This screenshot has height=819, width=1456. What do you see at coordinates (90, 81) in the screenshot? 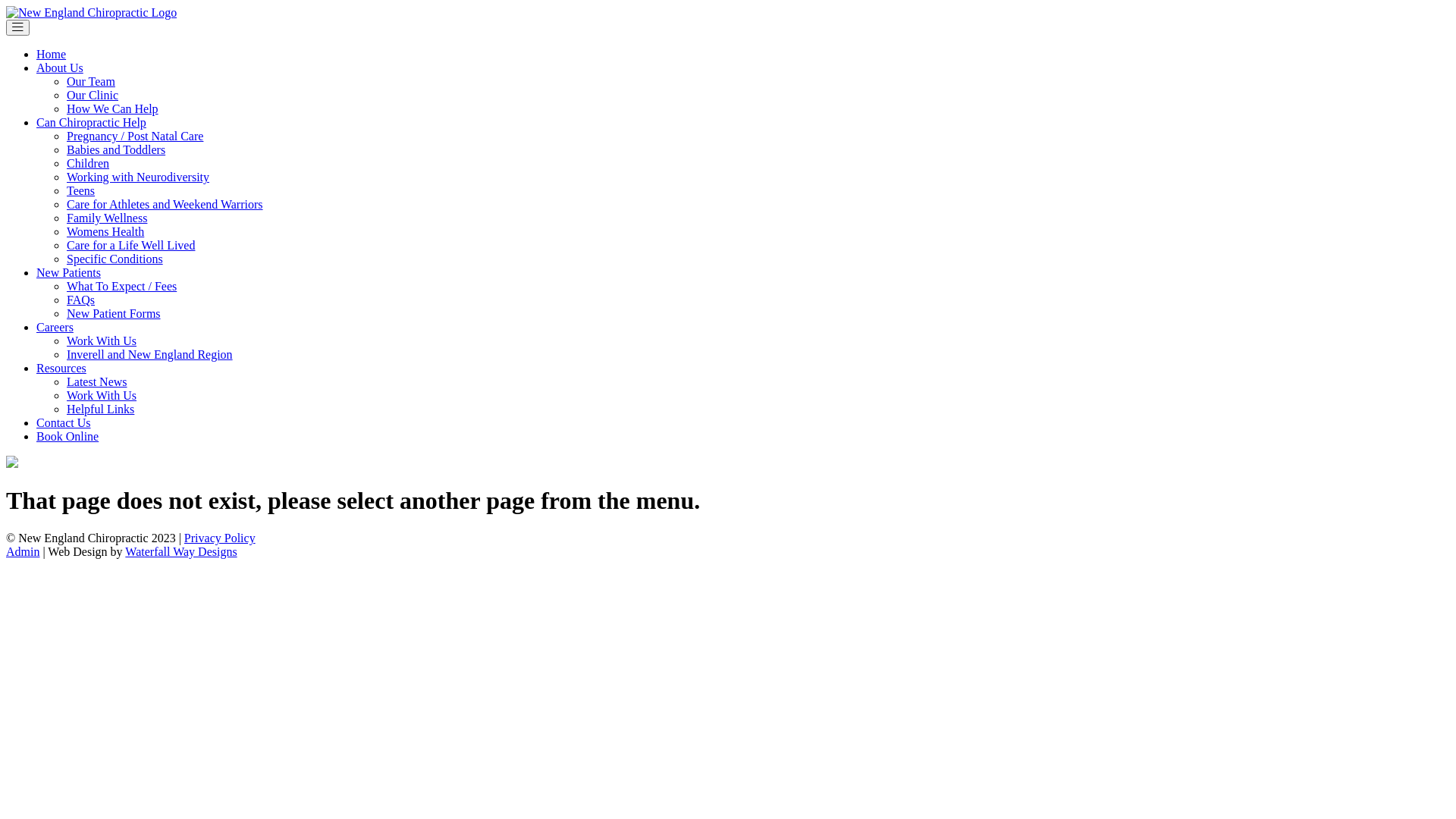
I see `'Our Team'` at bounding box center [90, 81].